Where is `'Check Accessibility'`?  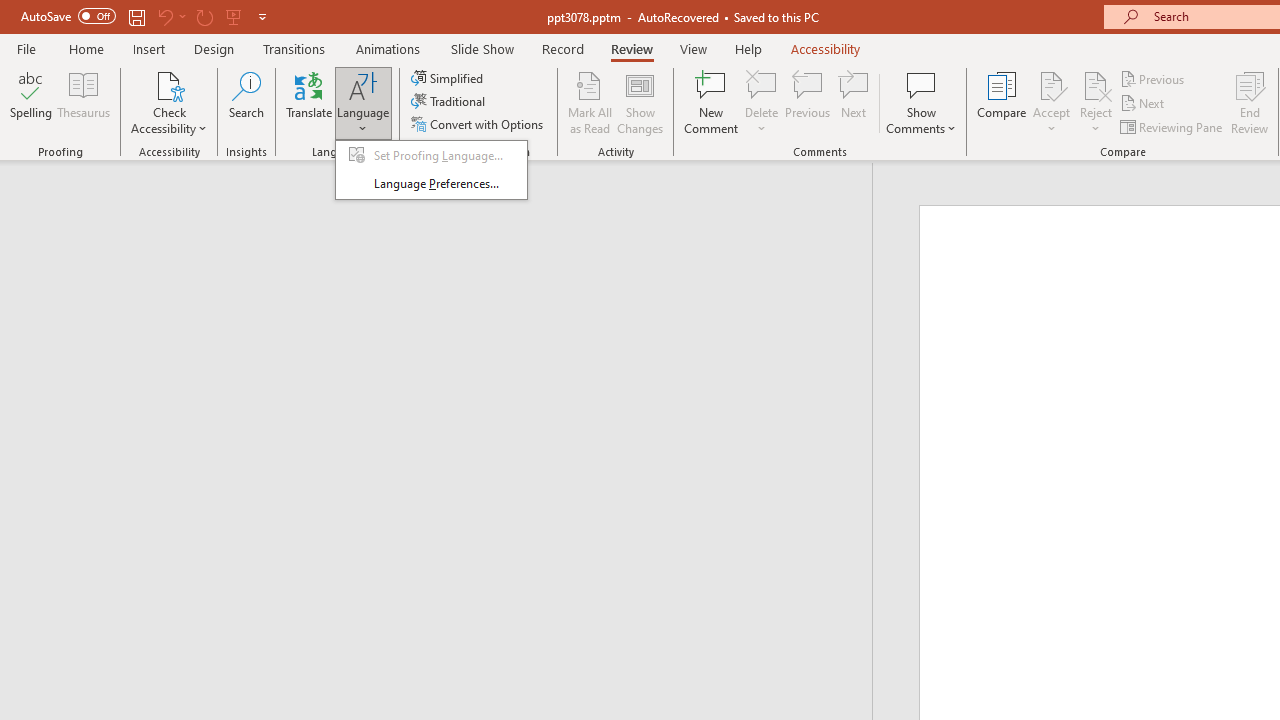
'Check Accessibility' is located at coordinates (169, 84).